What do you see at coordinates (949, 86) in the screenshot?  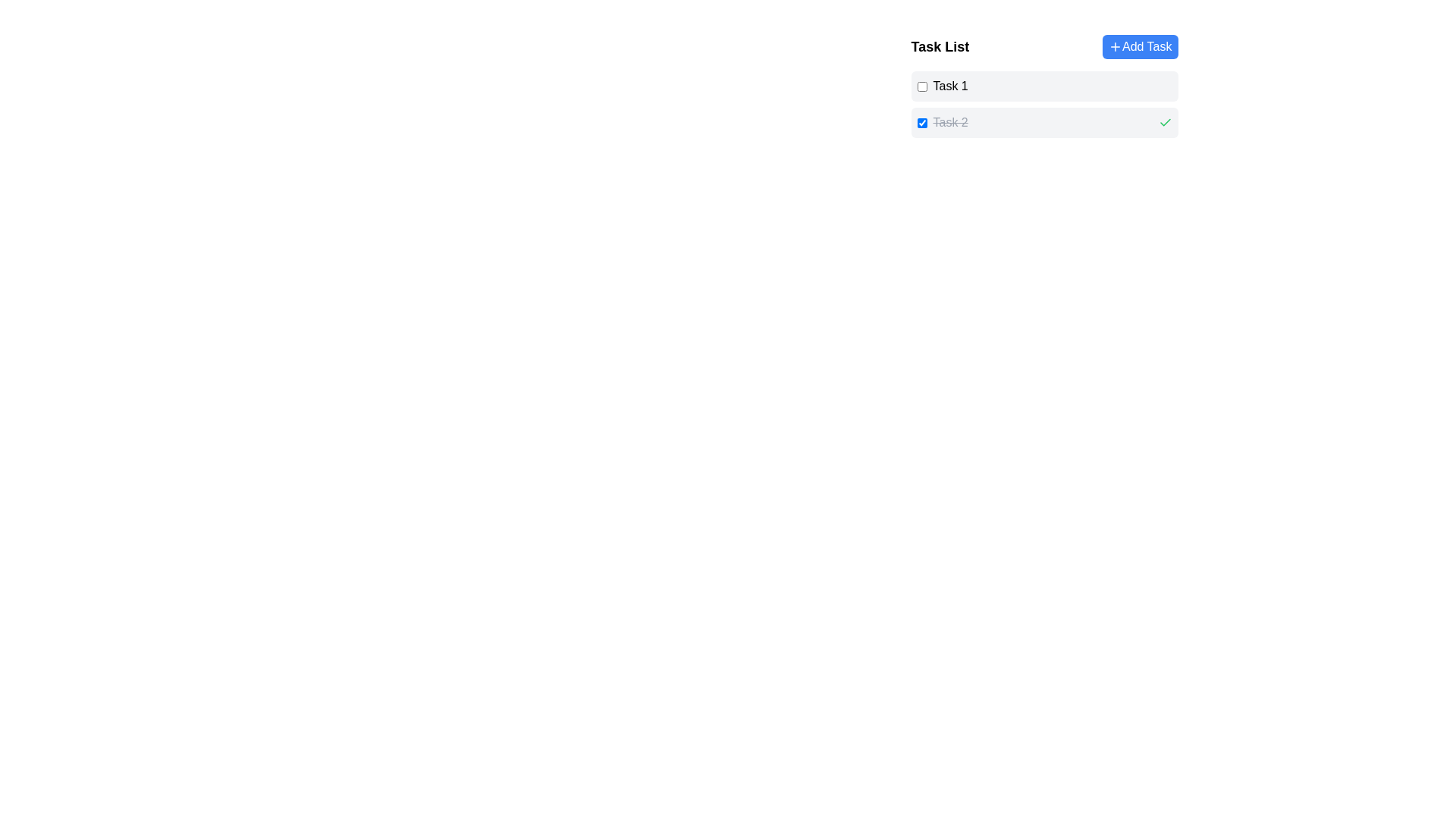 I see `title text of the first task in the list, which is located to the right of an unchecked checkbox under the 'Task List' header` at bounding box center [949, 86].